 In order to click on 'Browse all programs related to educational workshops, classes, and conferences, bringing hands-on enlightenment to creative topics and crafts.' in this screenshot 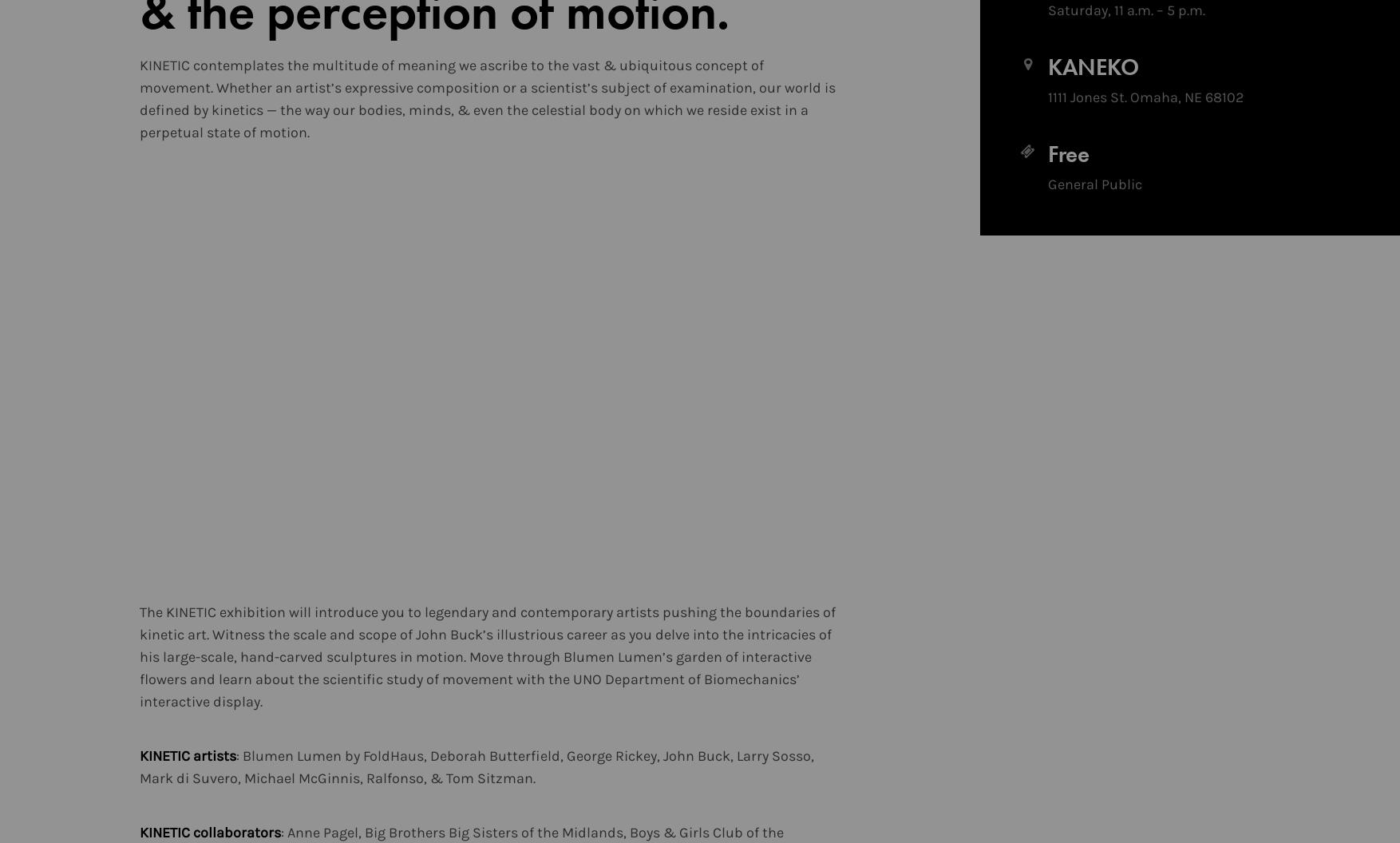, I will do `click(1043, 148)`.